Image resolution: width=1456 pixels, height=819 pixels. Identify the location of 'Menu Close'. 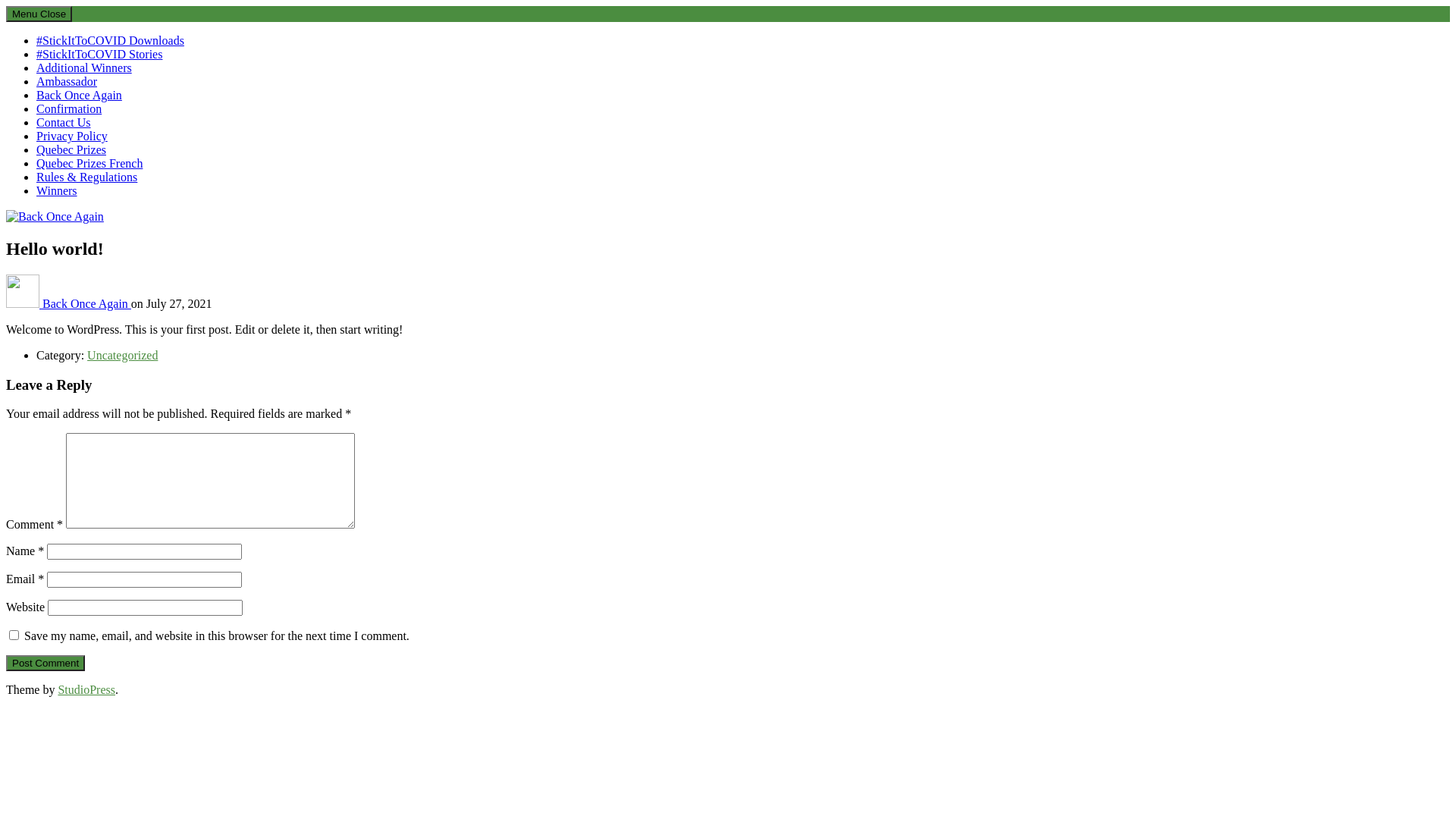
(39, 14).